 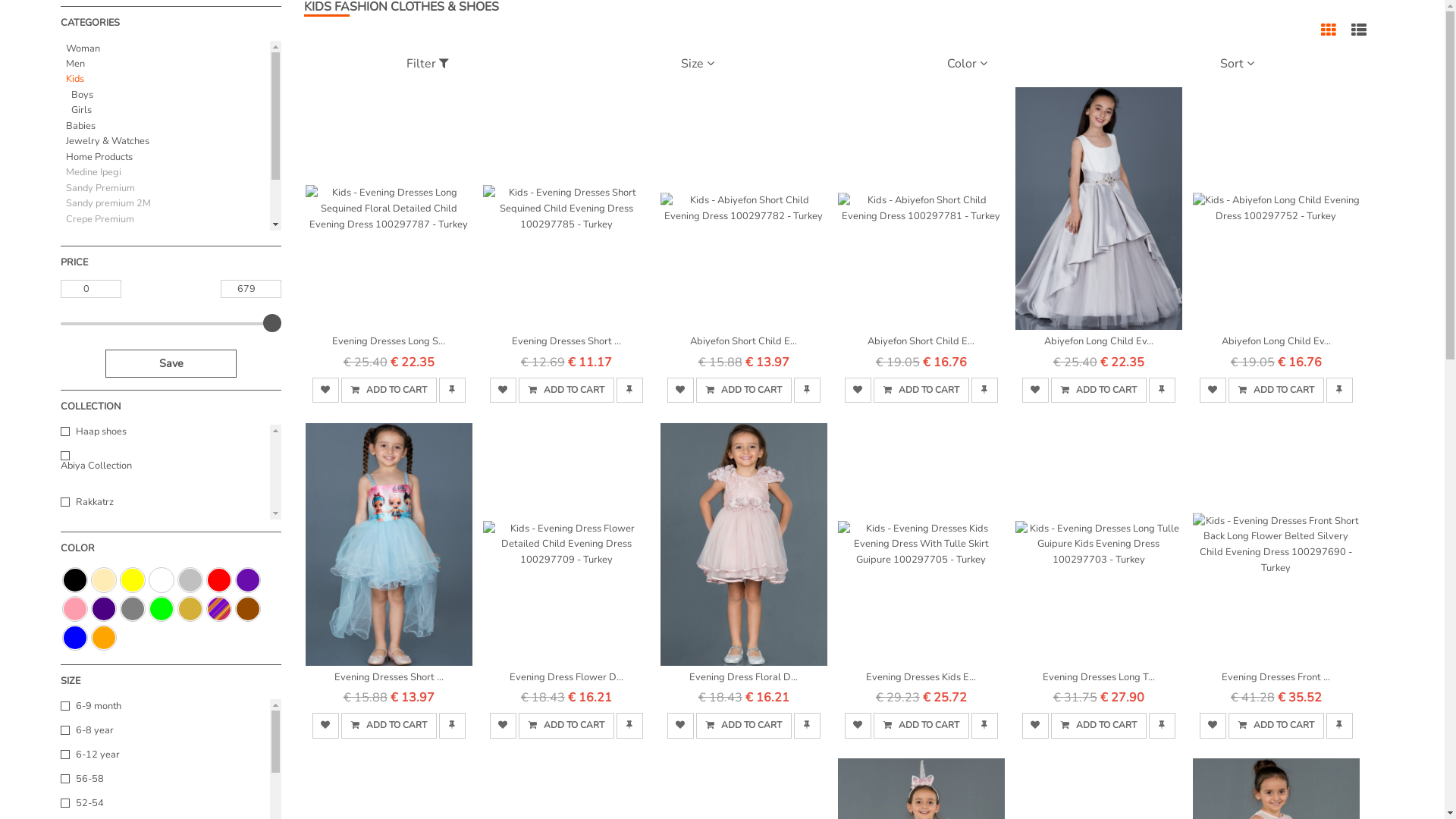 What do you see at coordinates (103, 637) in the screenshot?
I see `'Orange'` at bounding box center [103, 637].